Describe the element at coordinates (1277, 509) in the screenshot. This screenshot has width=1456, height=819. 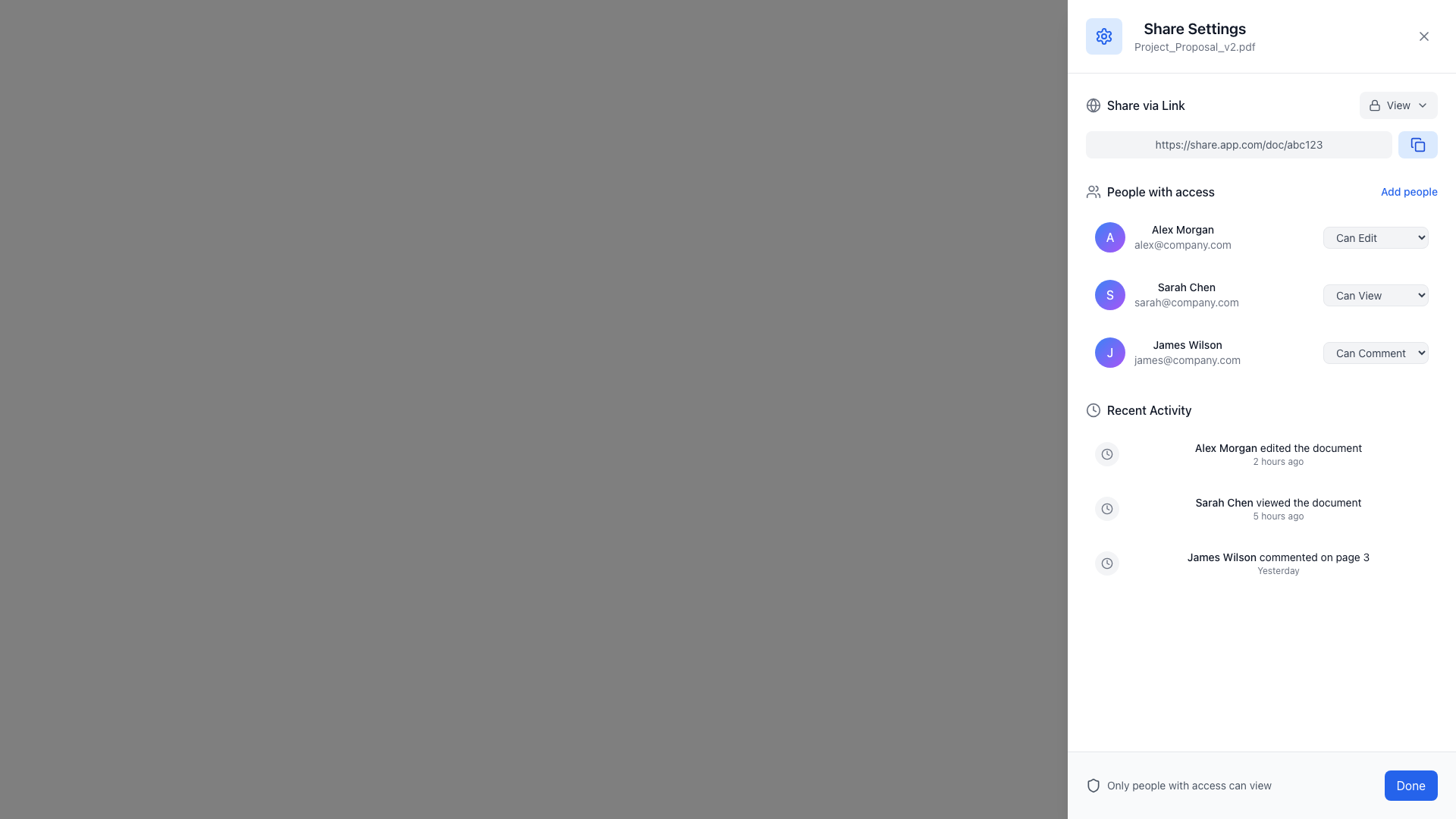
I see `the second activity log entry indicating when 'Sarah Chen' viewed a document in the 'Recent Activity' section` at that location.